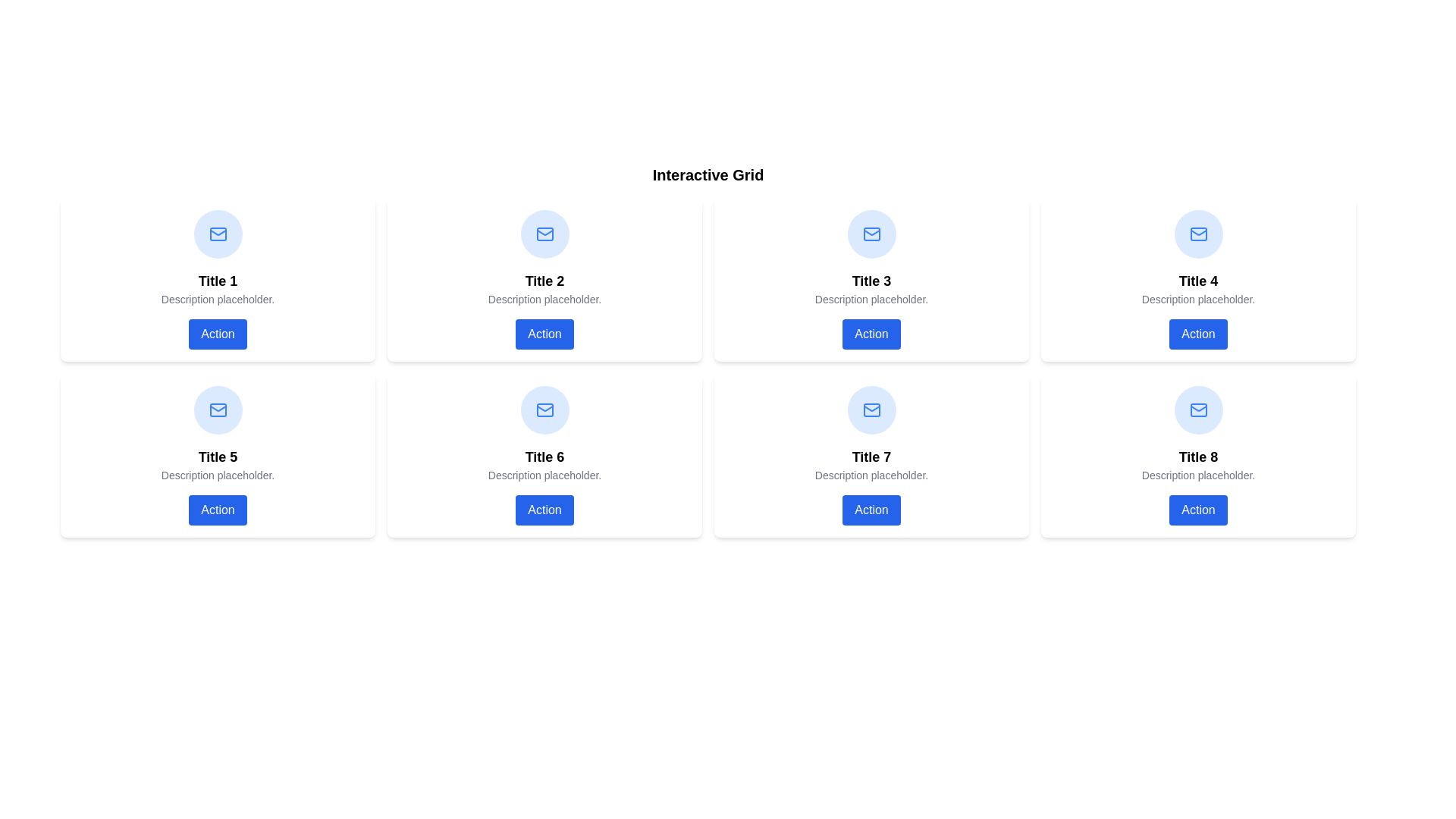  What do you see at coordinates (1197, 333) in the screenshot?
I see `the interactive 'Action' button with a blue background and white text to trigger the visual effects that indicate interactivity` at bounding box center [1197, 333].